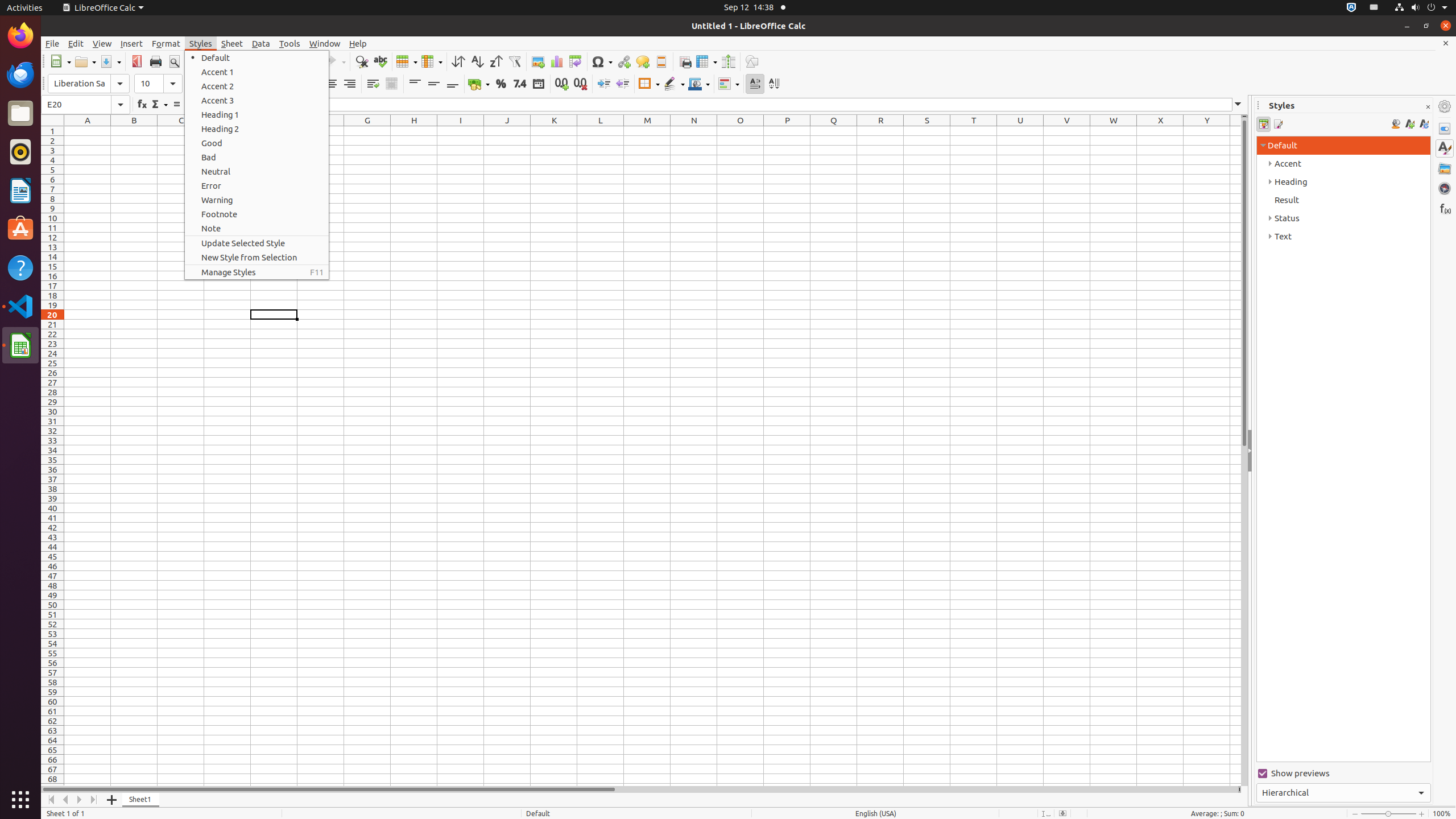 This screenshot has width=1456, height=819. I want to click on 'Headers and Footers', so click(660, 61).